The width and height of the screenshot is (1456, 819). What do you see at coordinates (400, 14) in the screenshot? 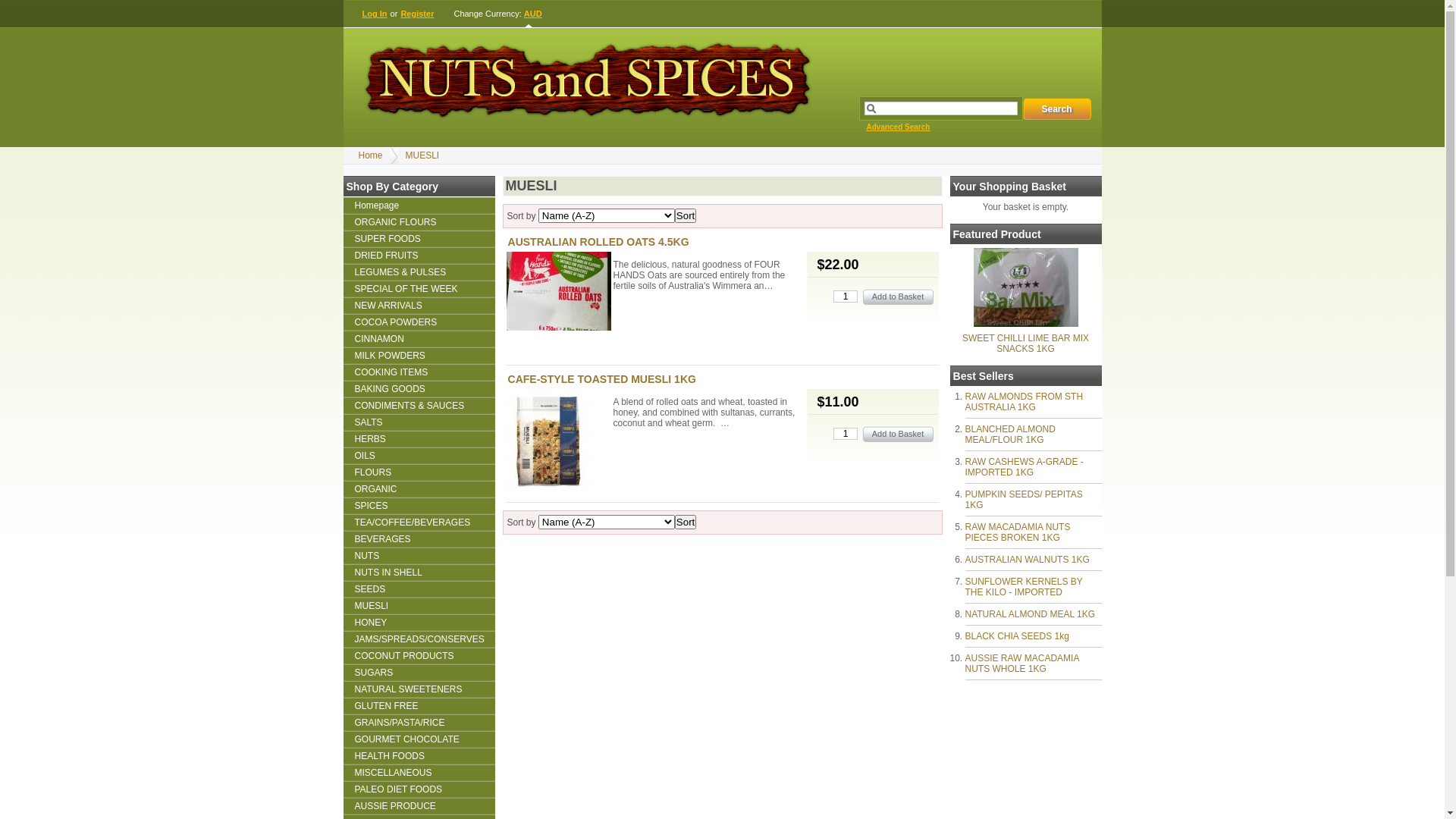
I see `'Register'` at bounding box center [400, 14].